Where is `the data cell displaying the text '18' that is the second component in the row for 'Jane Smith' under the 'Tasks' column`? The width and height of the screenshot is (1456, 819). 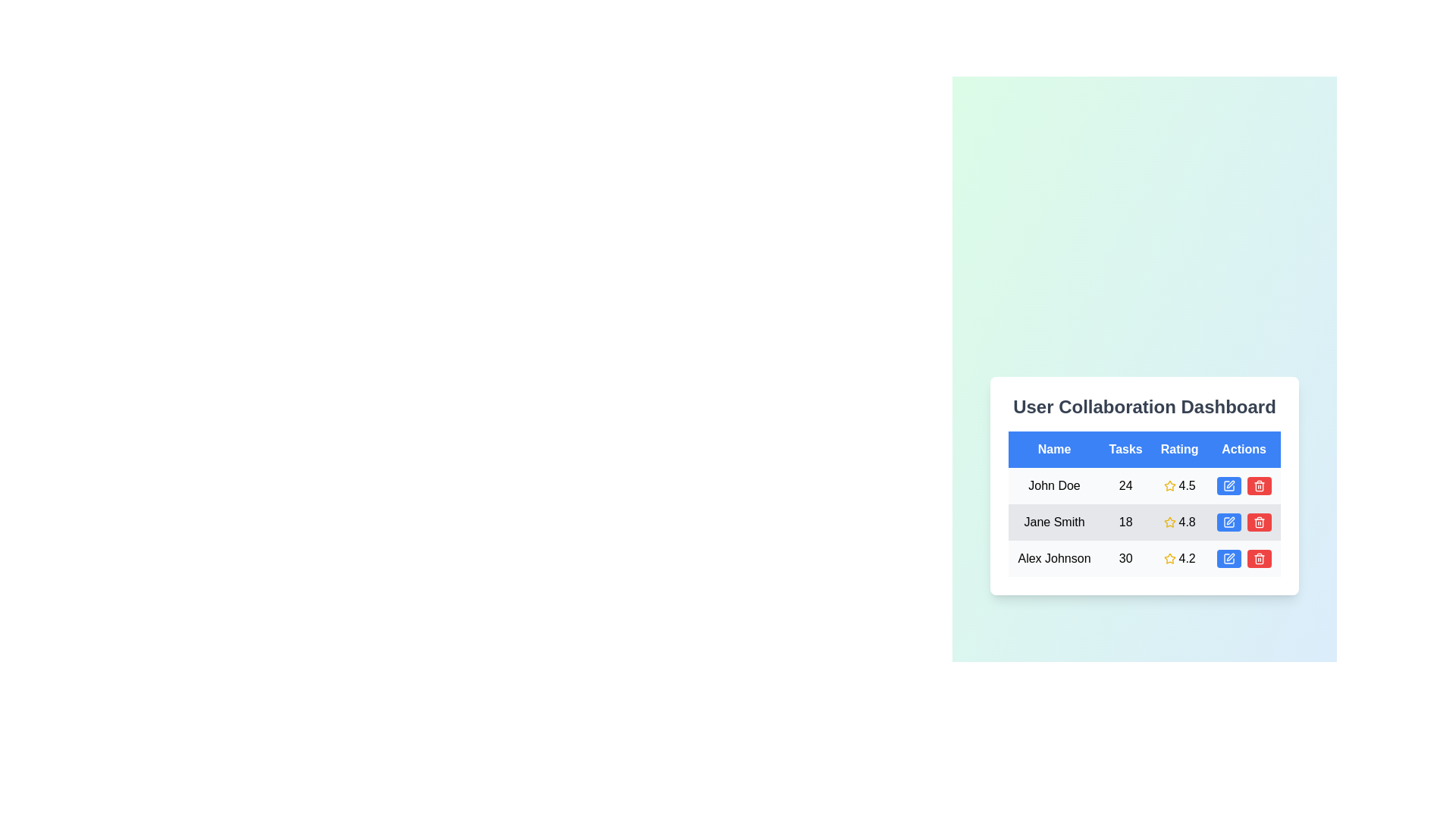
the data cell displaying the text '18' that is the second component in the row for 'Jane Smith' under the 'Tasks' column is located at coordinates (1125, 522).